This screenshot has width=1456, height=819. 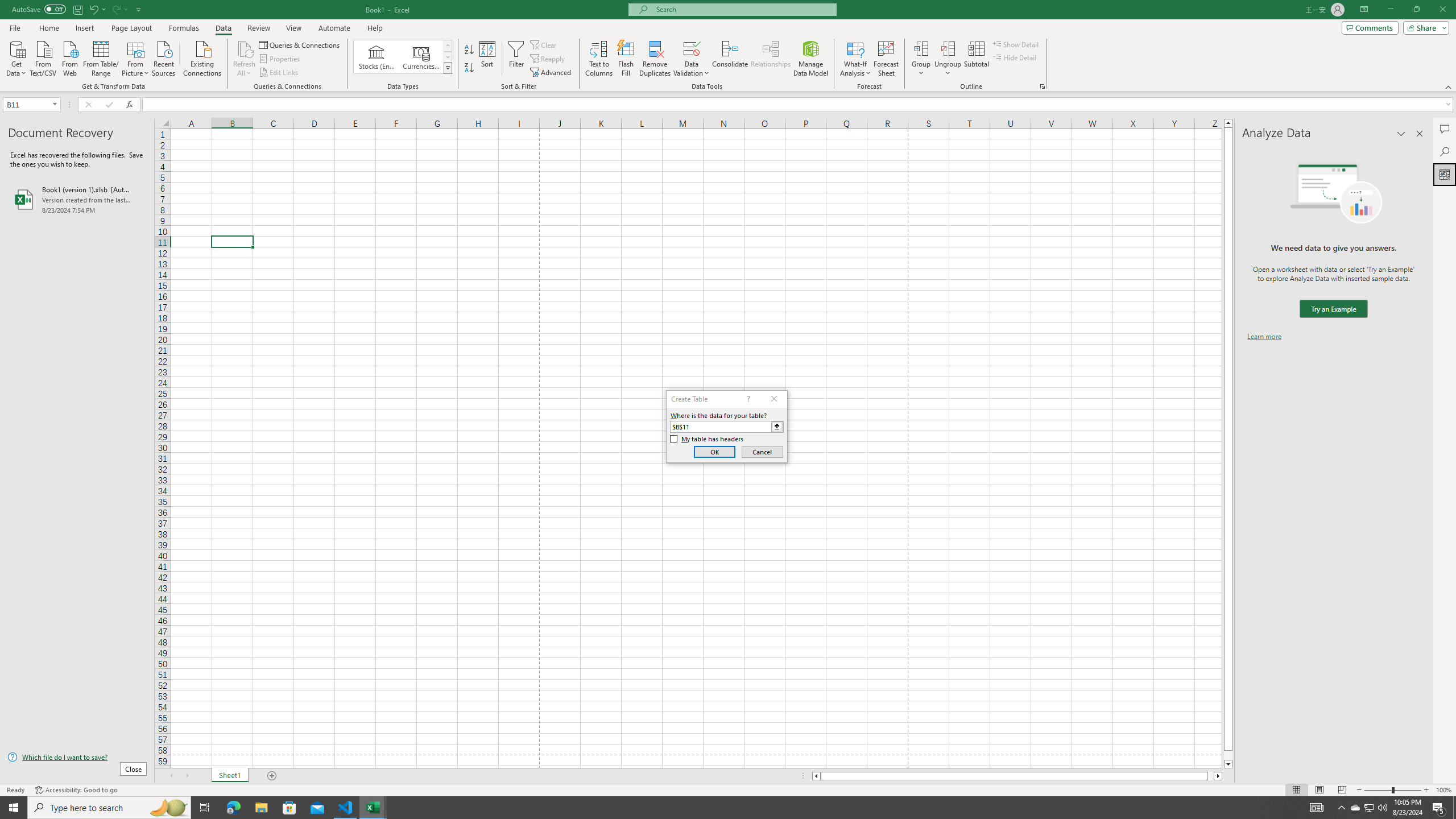 What do you see at coordinates (201, 57) in the screenshot?
I see `'Existing Connections'` at bounding box center [201, 57].